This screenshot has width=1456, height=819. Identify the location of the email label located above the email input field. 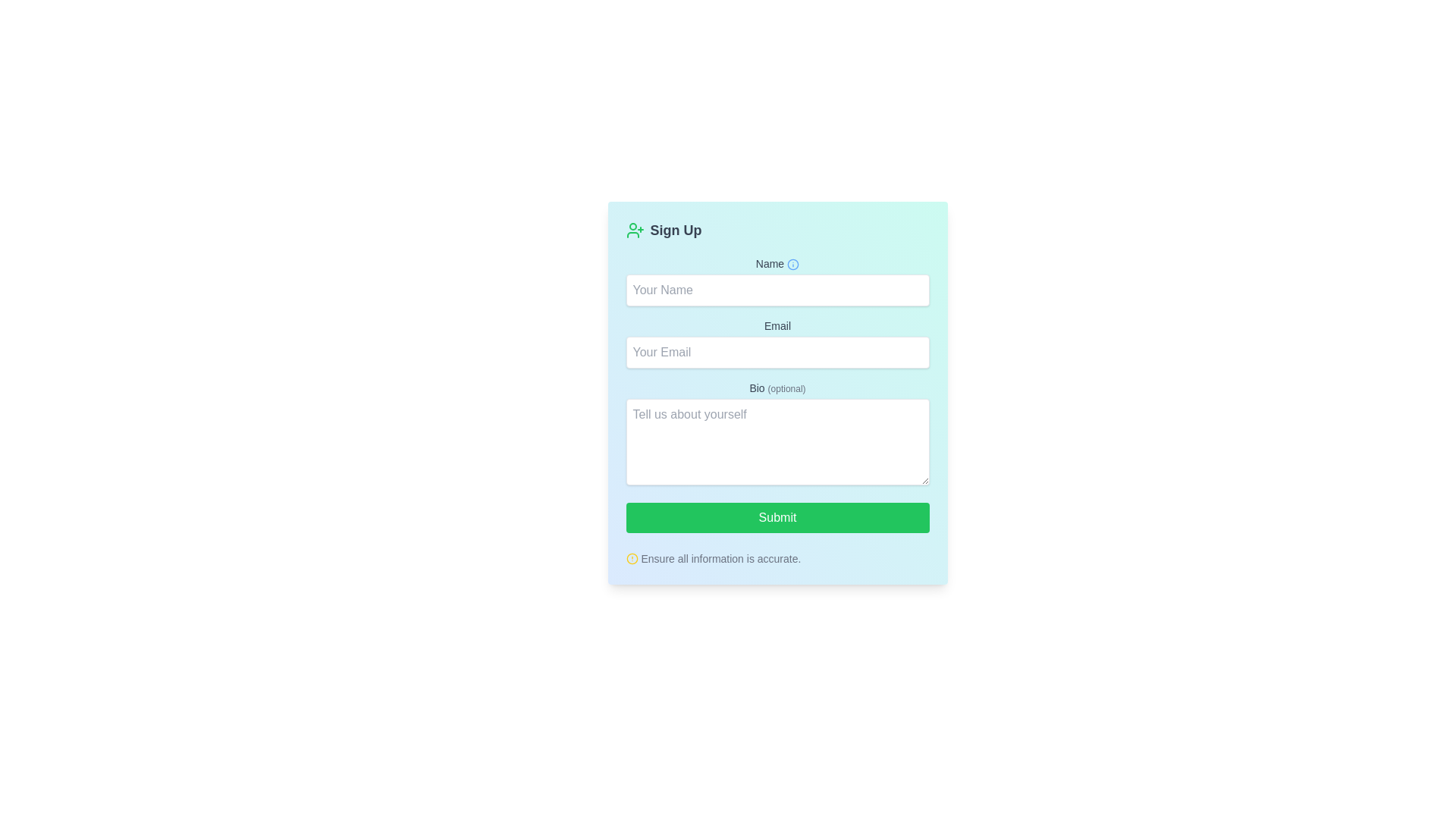
(777, 325).